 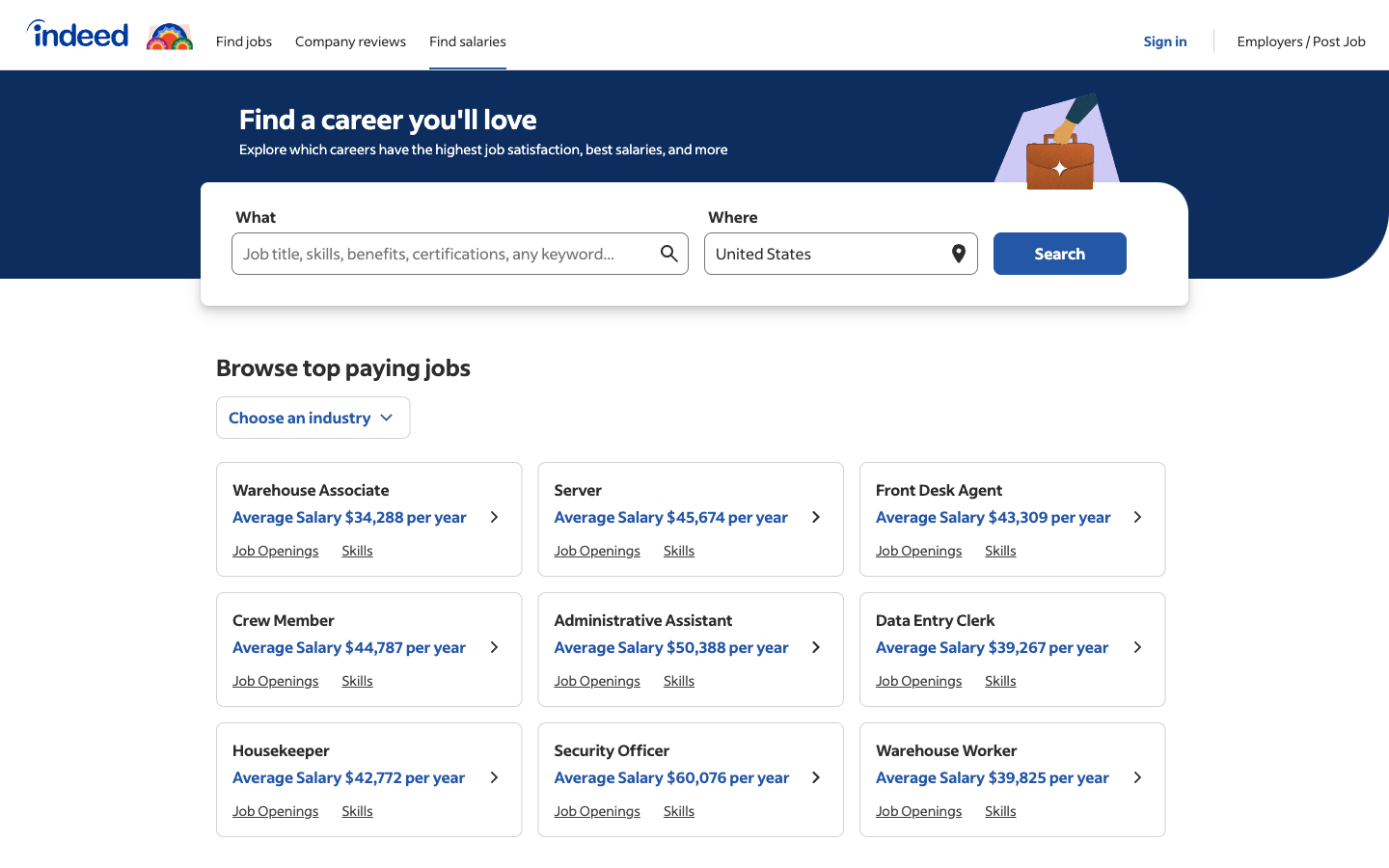 I want to click on Load more information on "Warehouse Worker, so click(x=993, y=764).